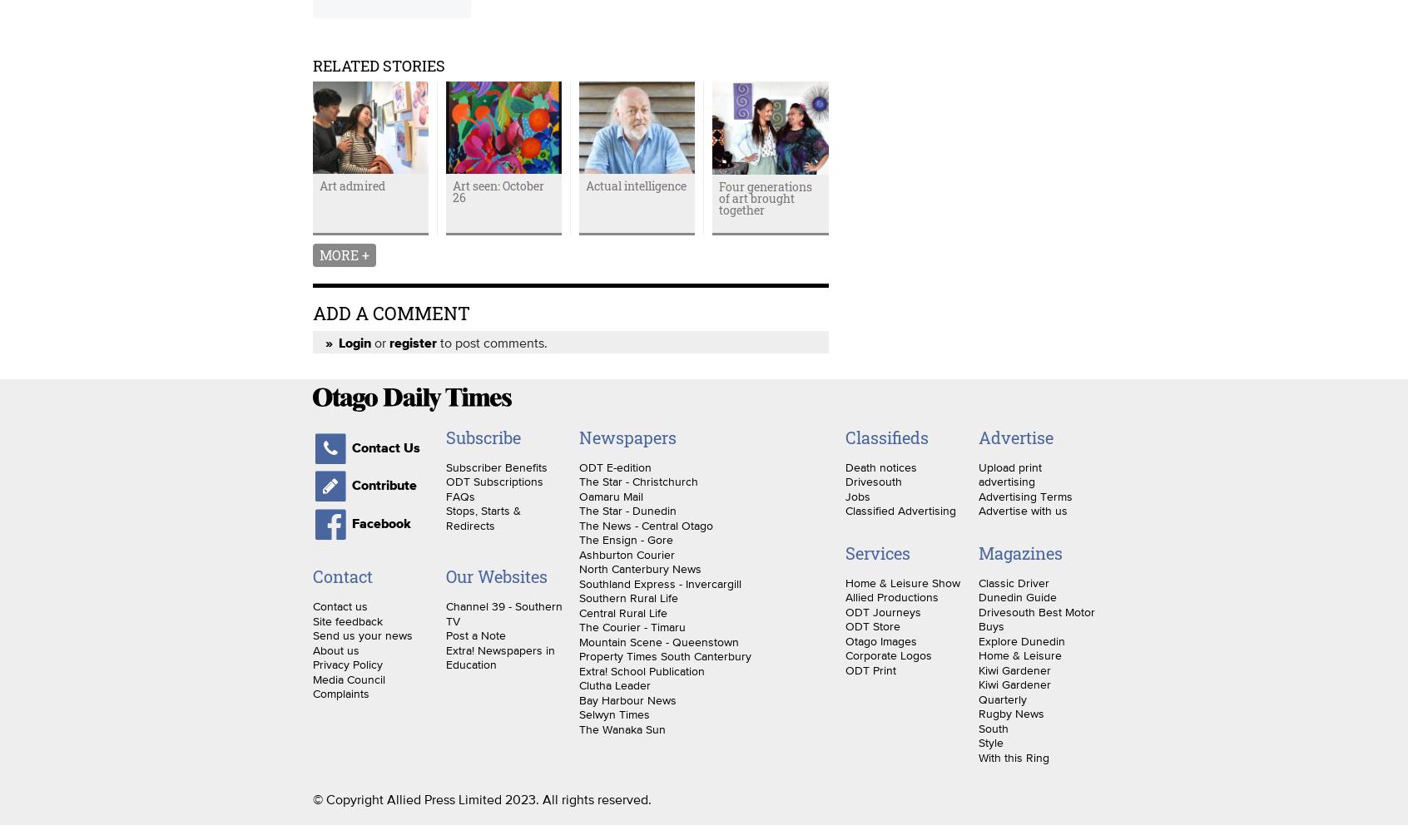 This screenshot has width=1408, height=840. Describe the element at coordinates (613, 684) in the screenshot. I see `'Clutha Leader'` at that location.